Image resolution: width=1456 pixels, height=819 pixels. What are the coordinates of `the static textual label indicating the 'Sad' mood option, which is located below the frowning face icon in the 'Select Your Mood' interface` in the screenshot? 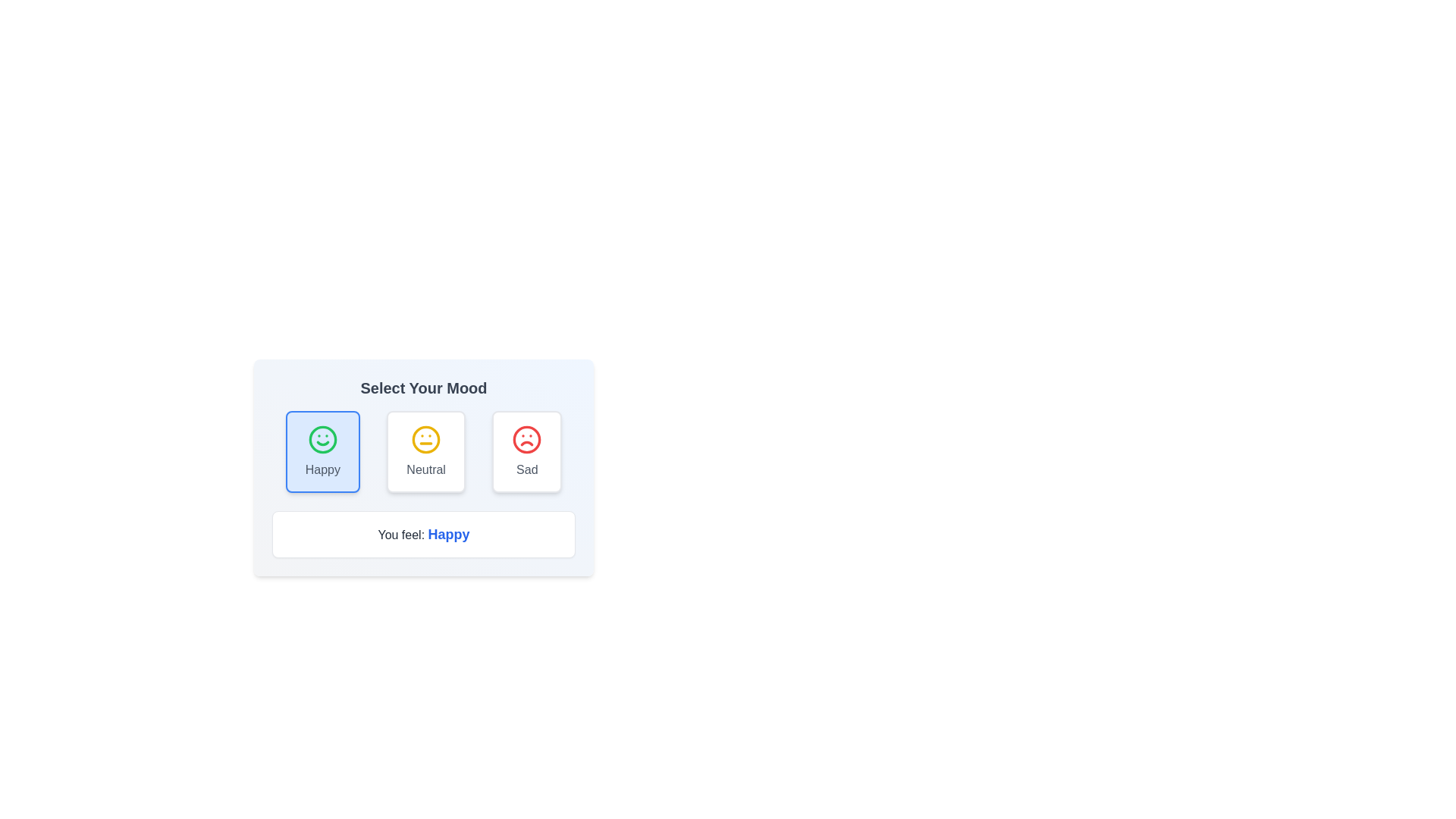 It's located at (527, 469).